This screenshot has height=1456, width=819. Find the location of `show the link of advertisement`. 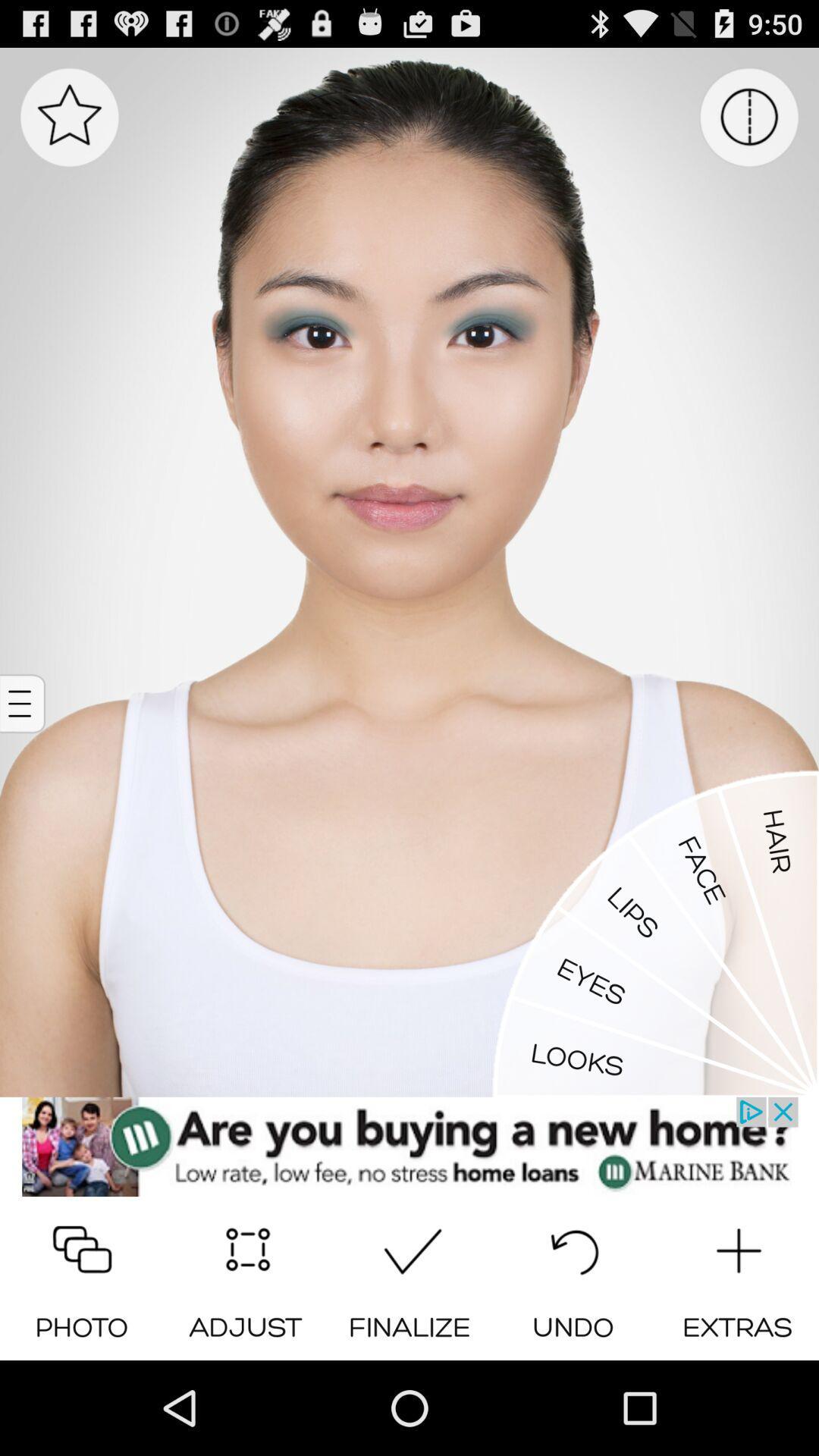

show the link of advertisement is located at coordinates (409, 1147).